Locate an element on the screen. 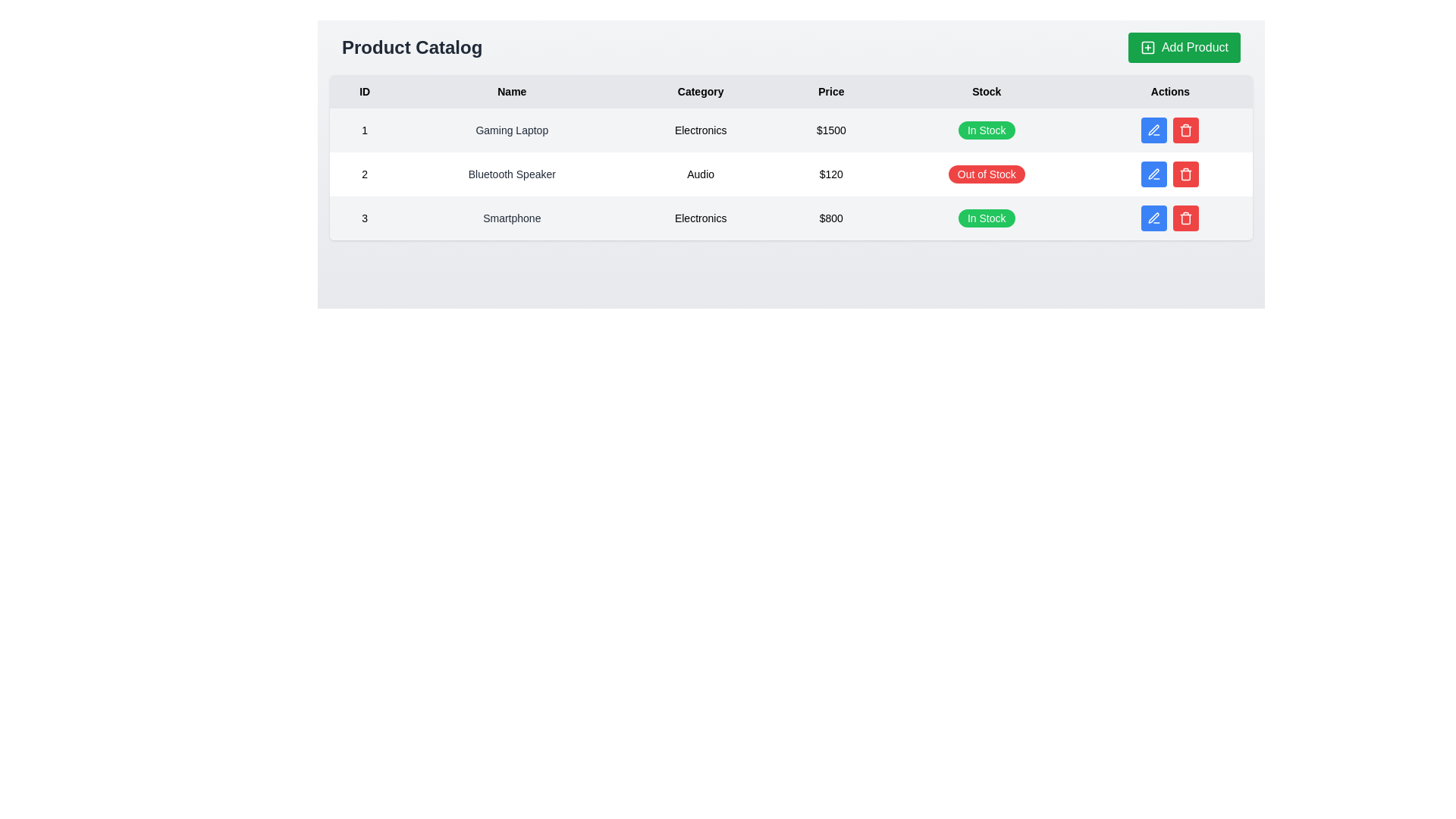 This screenshot has height=819, width=1456. the static text element labeled 'Smartphone', which is located in the third row of the product catalog table under the 'Name' column is located at coordinates (512, 218).